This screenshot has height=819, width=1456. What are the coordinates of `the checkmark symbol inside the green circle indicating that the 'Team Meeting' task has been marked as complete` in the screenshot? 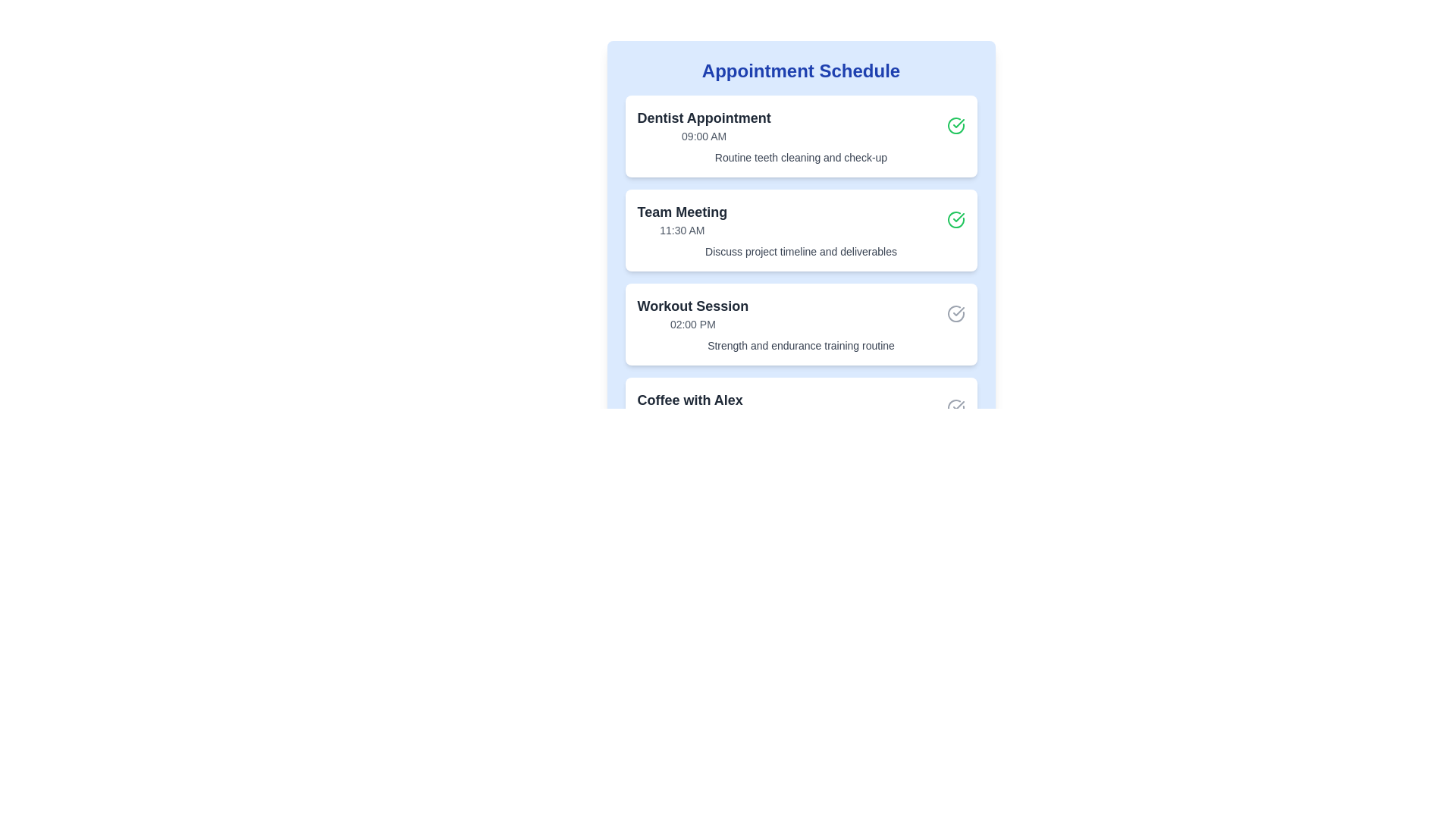 It's located at (957, 122).